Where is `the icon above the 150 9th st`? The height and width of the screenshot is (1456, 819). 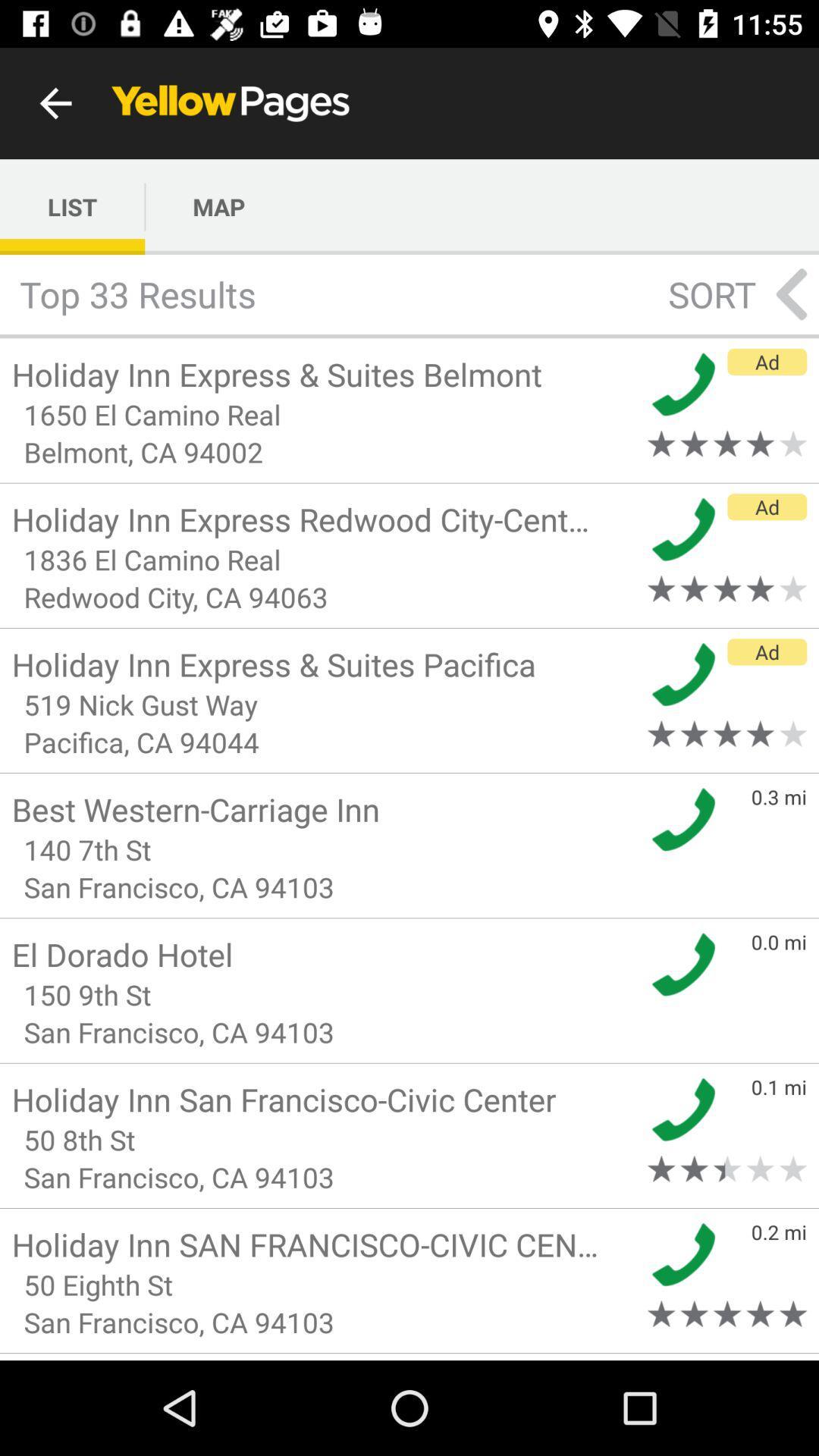
the icon above the 150 9th st is located at coordinates (324, 953).